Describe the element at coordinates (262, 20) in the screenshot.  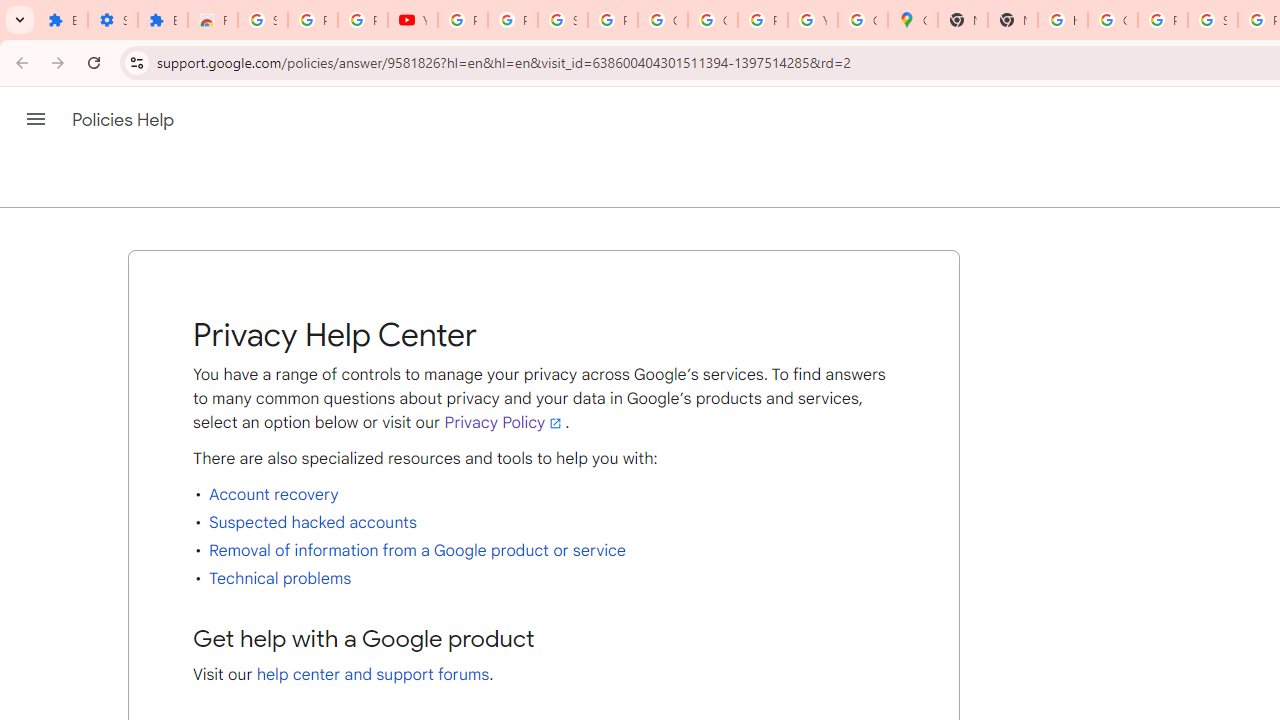
I see `'Sign in - Google Accounts'` at that location.